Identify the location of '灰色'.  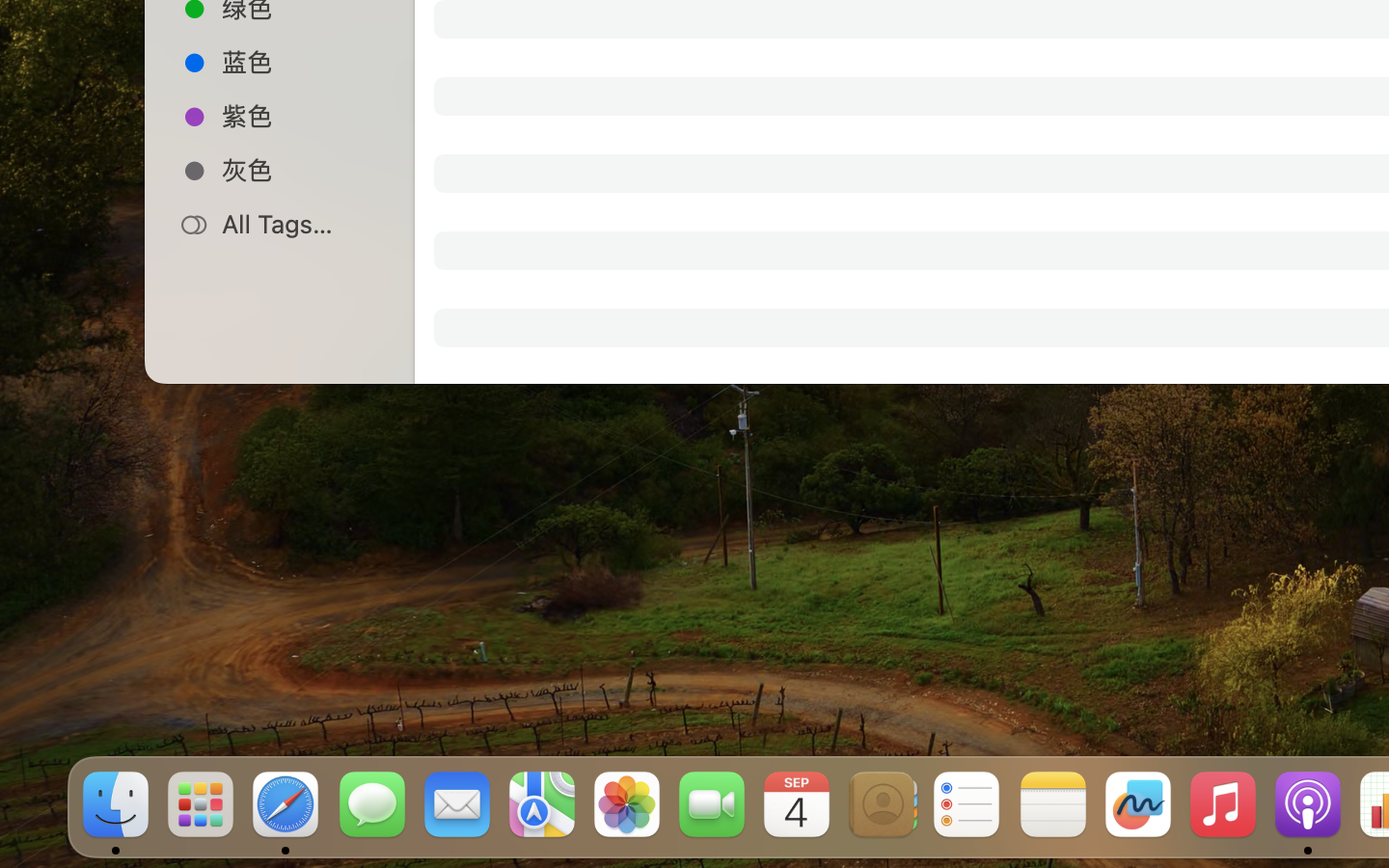
(300, 170).